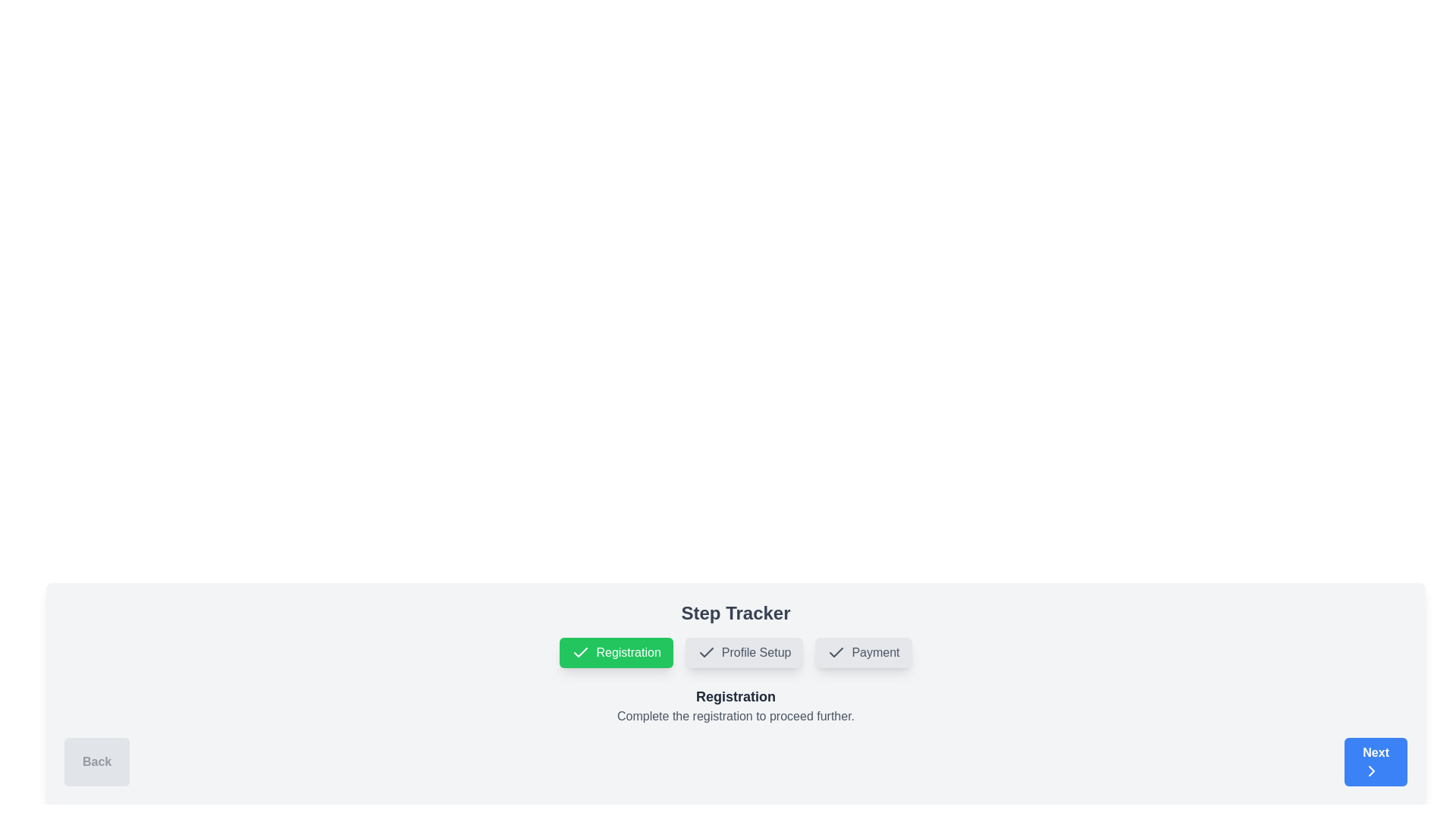  I want to click on the Text (Heading) element that serves as a title indicating the current step or context within the interface, located directly above the text 'Complete the registration to proceed further.', so click(736, 696).